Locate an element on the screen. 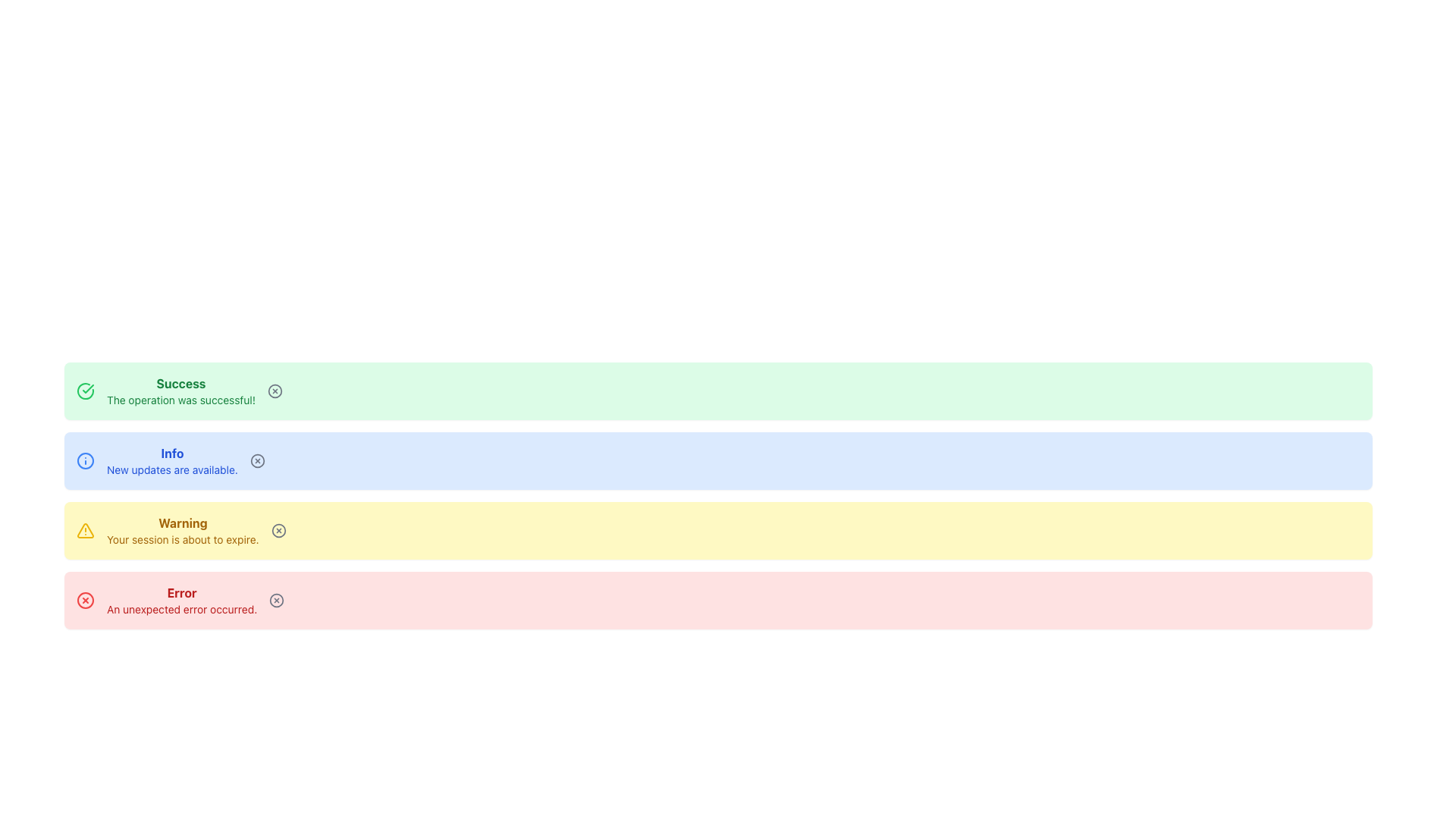 The width and height of the screenshot is (1456, 819). the circle element in the SVG graphic, which is centrally located within the bottom-most rectangle of the error message bar, styled in a minimalistic way is located at coordinates (277, 599).